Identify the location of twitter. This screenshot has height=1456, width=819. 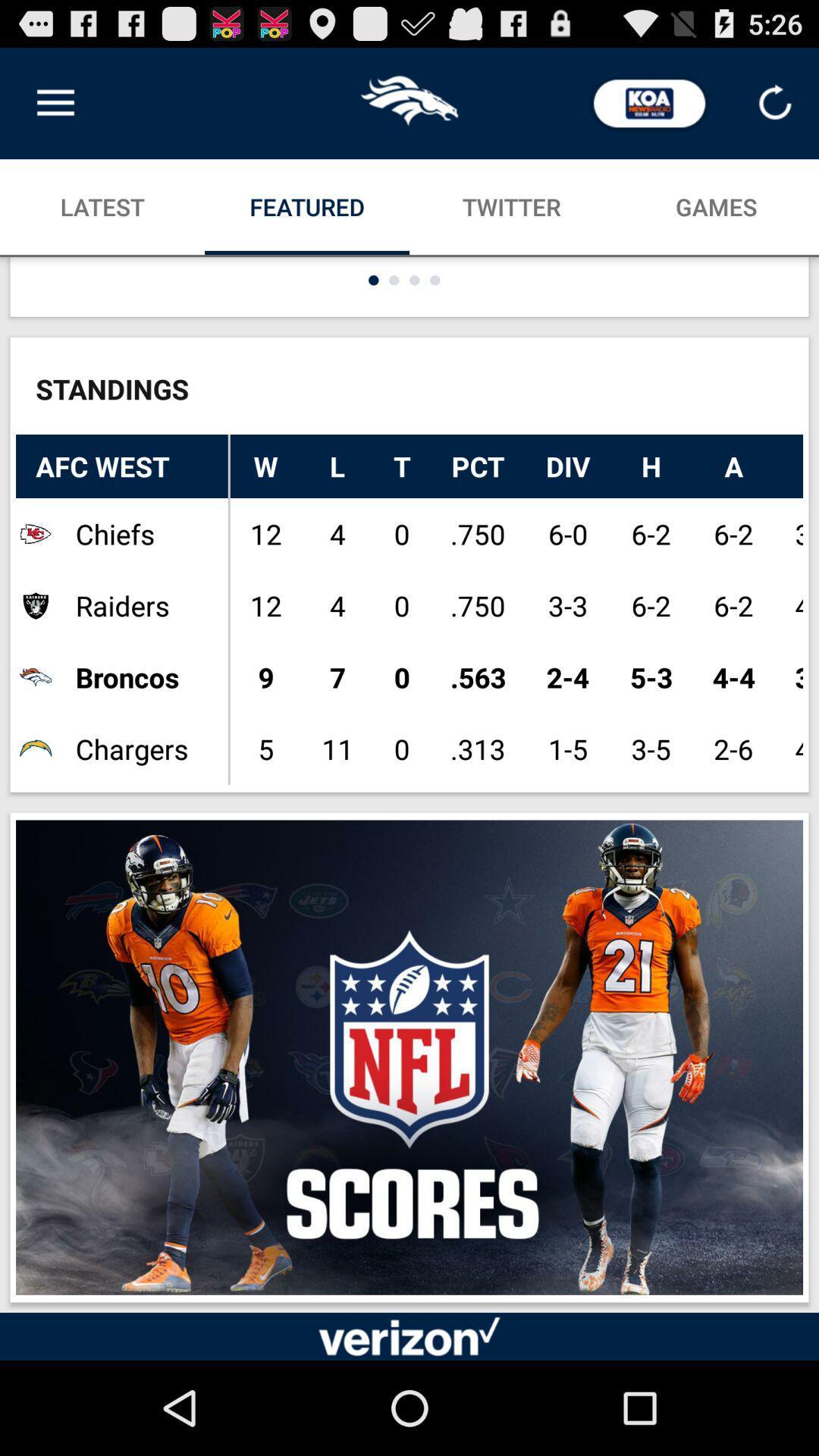
(512, 206).